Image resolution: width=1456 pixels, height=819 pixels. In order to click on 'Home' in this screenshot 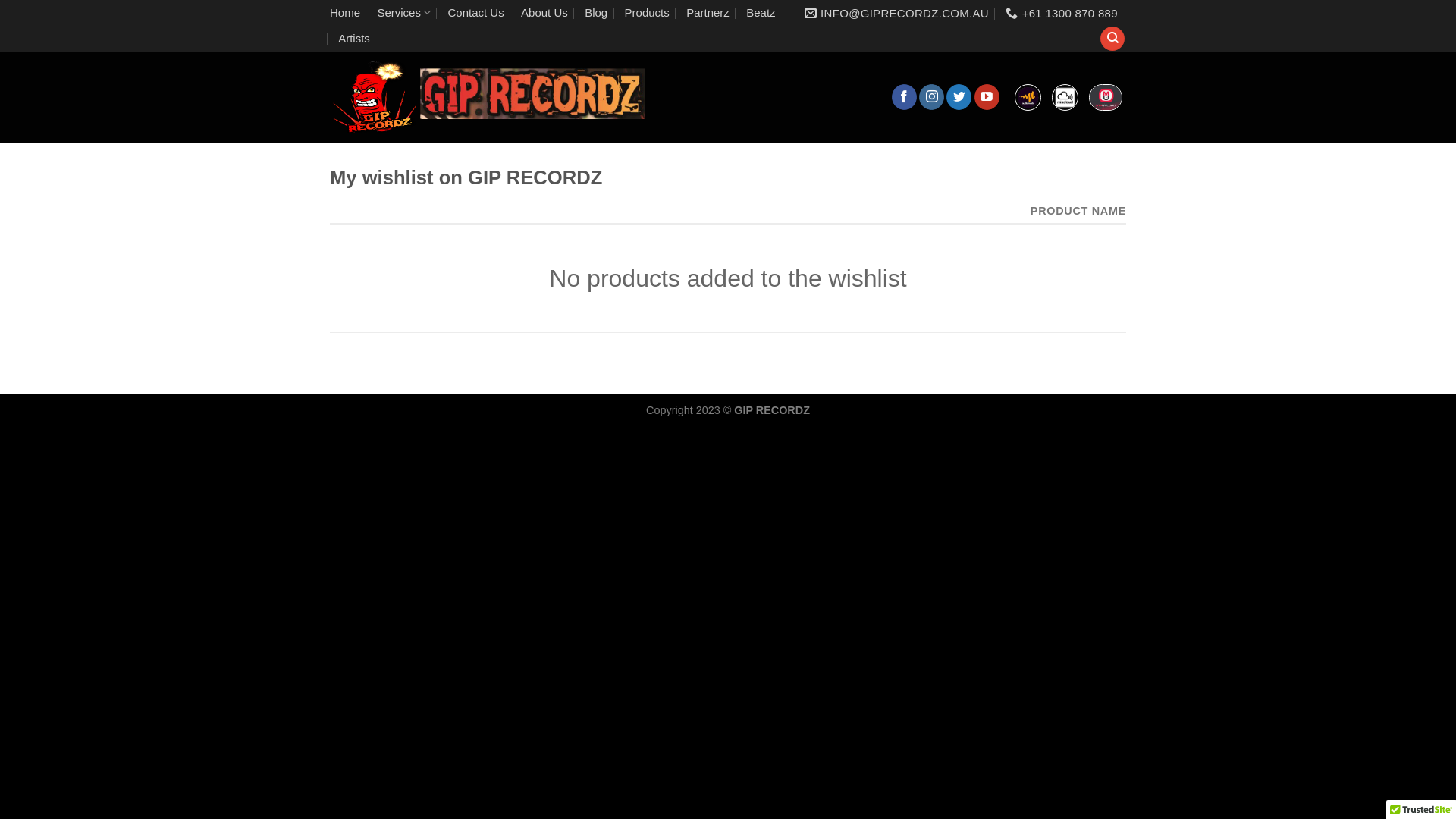, I will do `click(329, 12)`.